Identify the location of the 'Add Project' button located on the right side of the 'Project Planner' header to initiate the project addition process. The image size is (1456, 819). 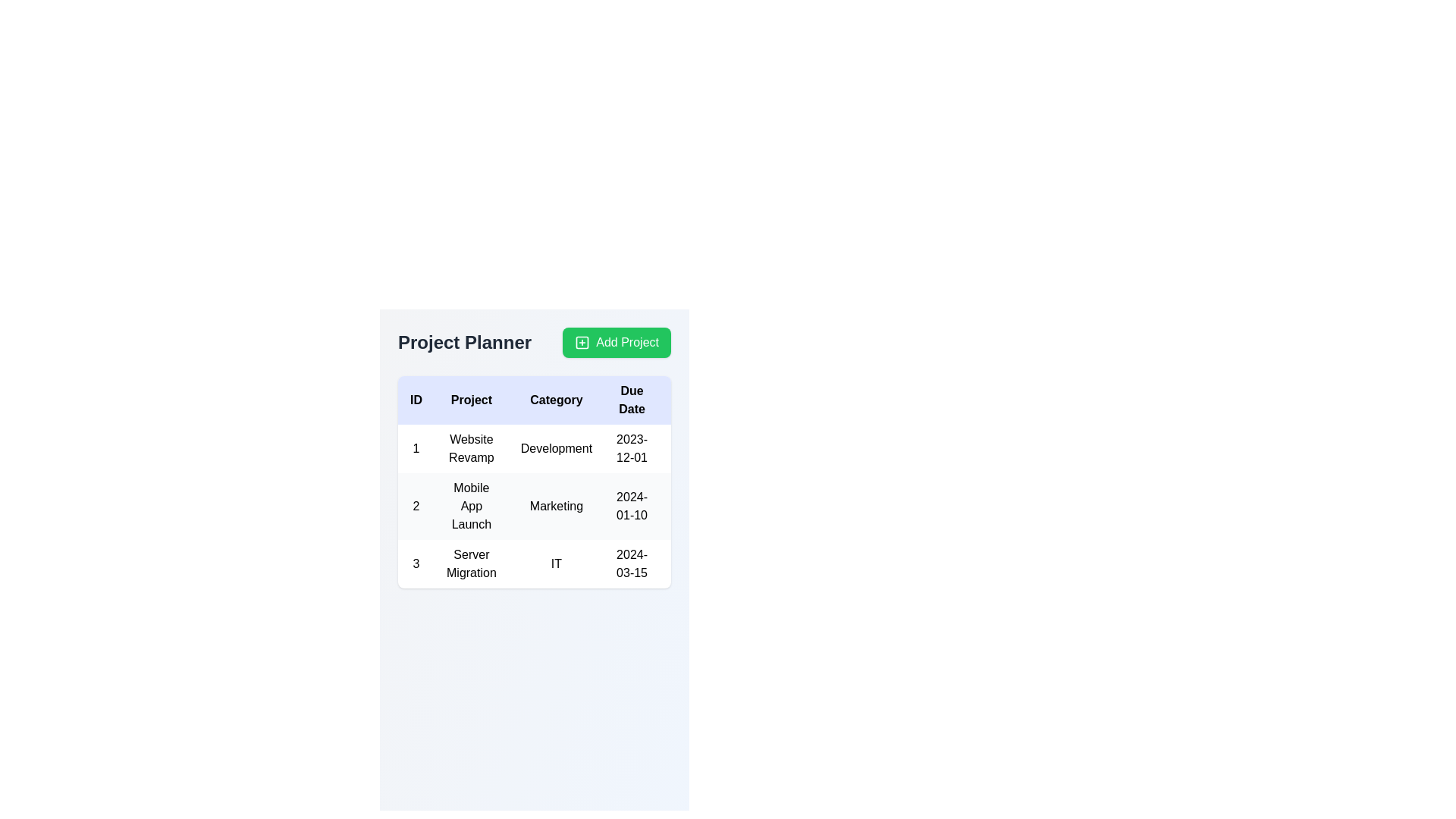
(617, 342).